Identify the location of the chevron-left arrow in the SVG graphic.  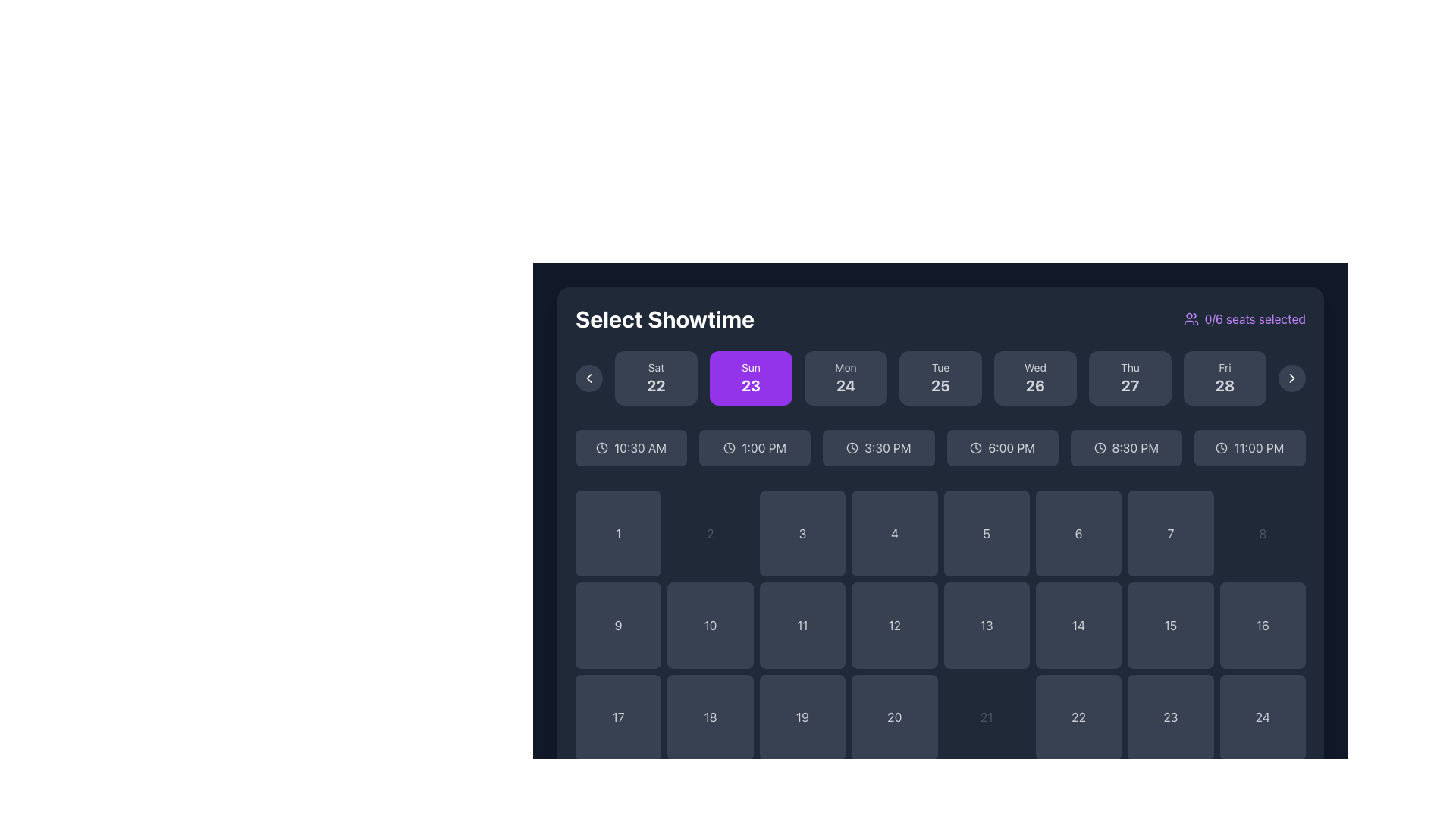
(588, 377).